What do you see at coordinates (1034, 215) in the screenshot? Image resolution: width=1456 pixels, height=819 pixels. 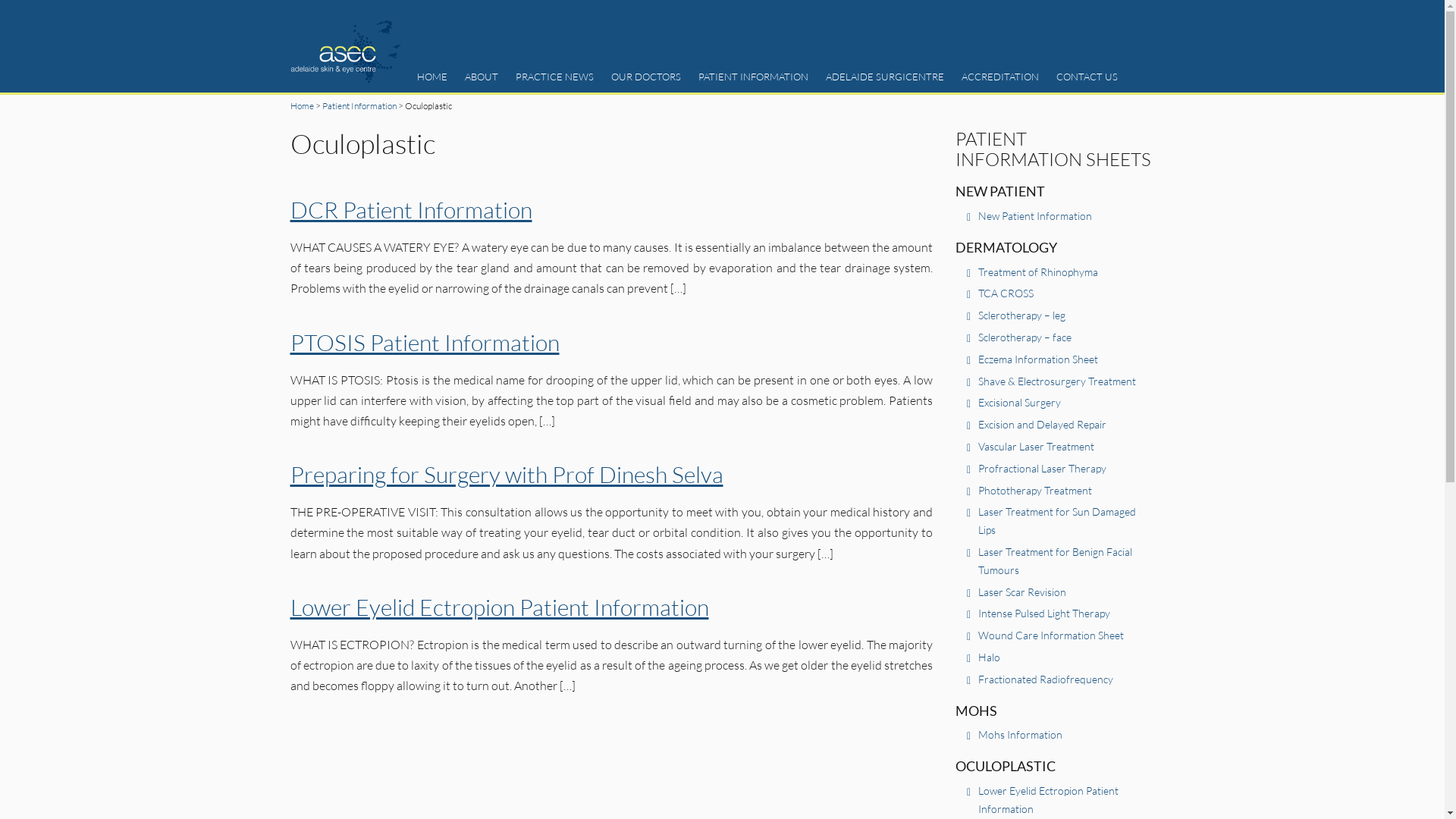 I see `'New Patient Information'` at bounding box center [1034, 215].